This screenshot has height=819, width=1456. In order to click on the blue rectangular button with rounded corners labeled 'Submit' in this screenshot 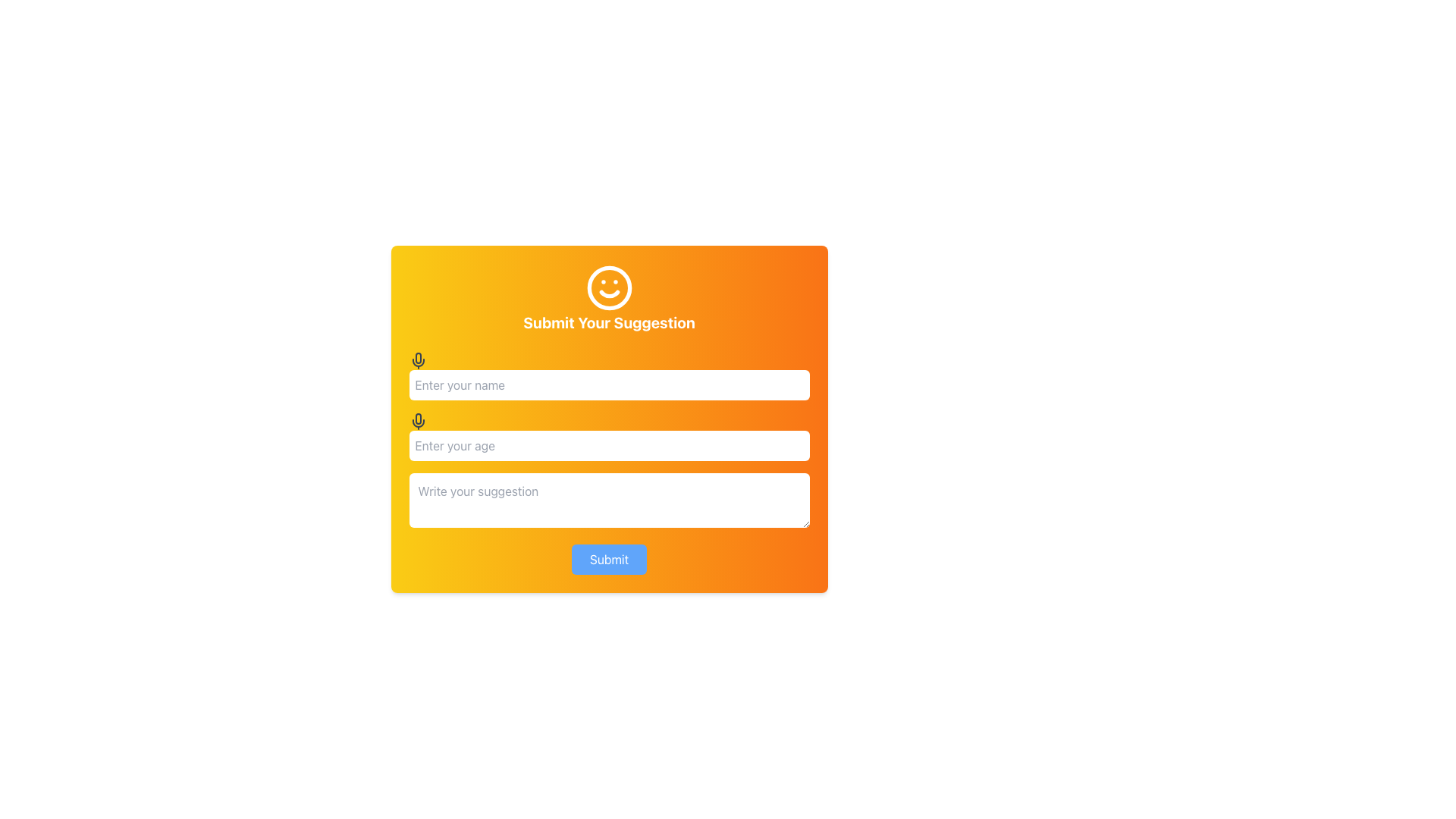, I will do `click(609, 559)`.